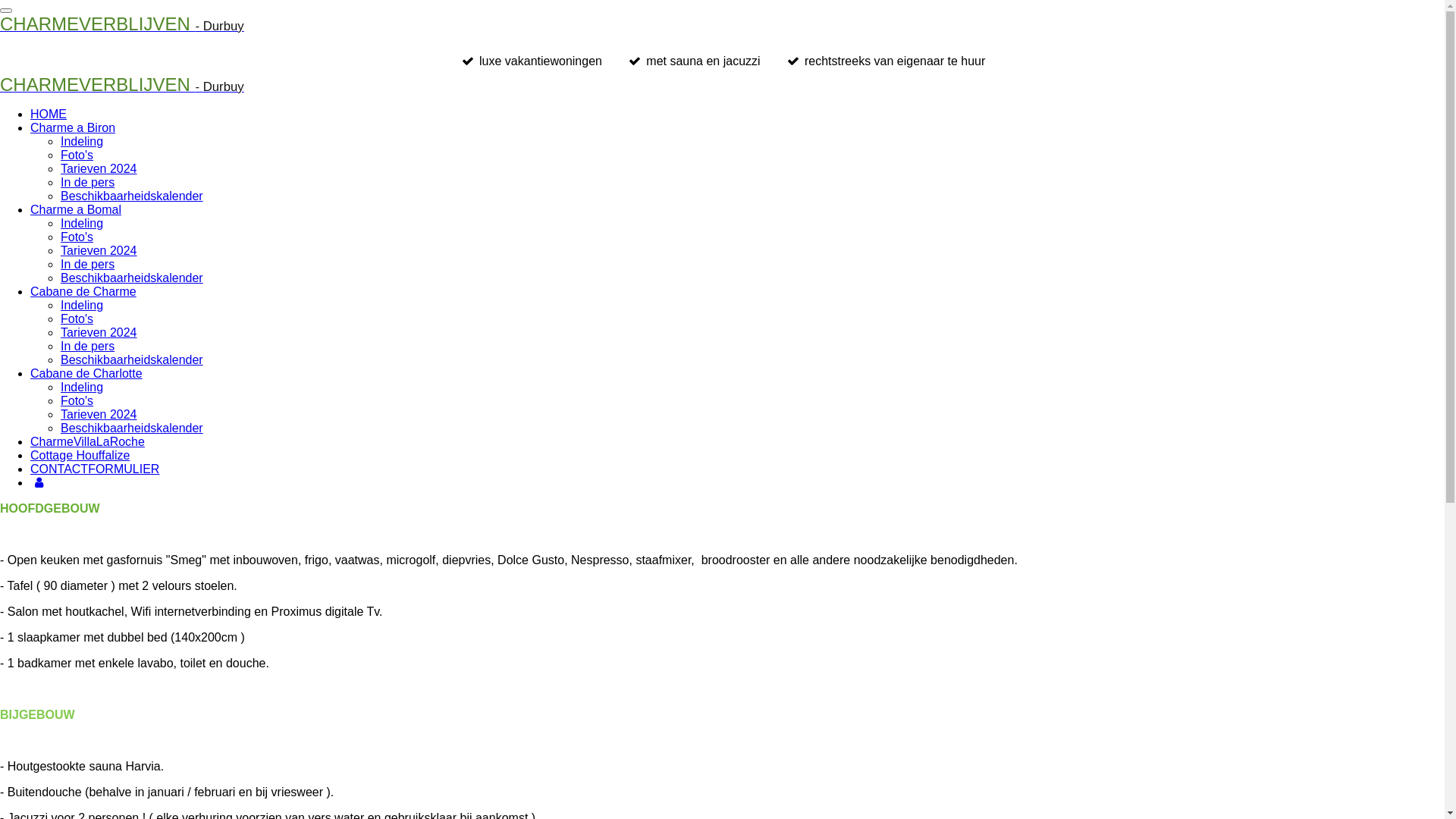 The height and width of the screenshot is (819, 1456). What do you see at coordinates (75, 209) in the screenshot?
I see `'Charme a Bomal'` at bounding box center [75, 209].